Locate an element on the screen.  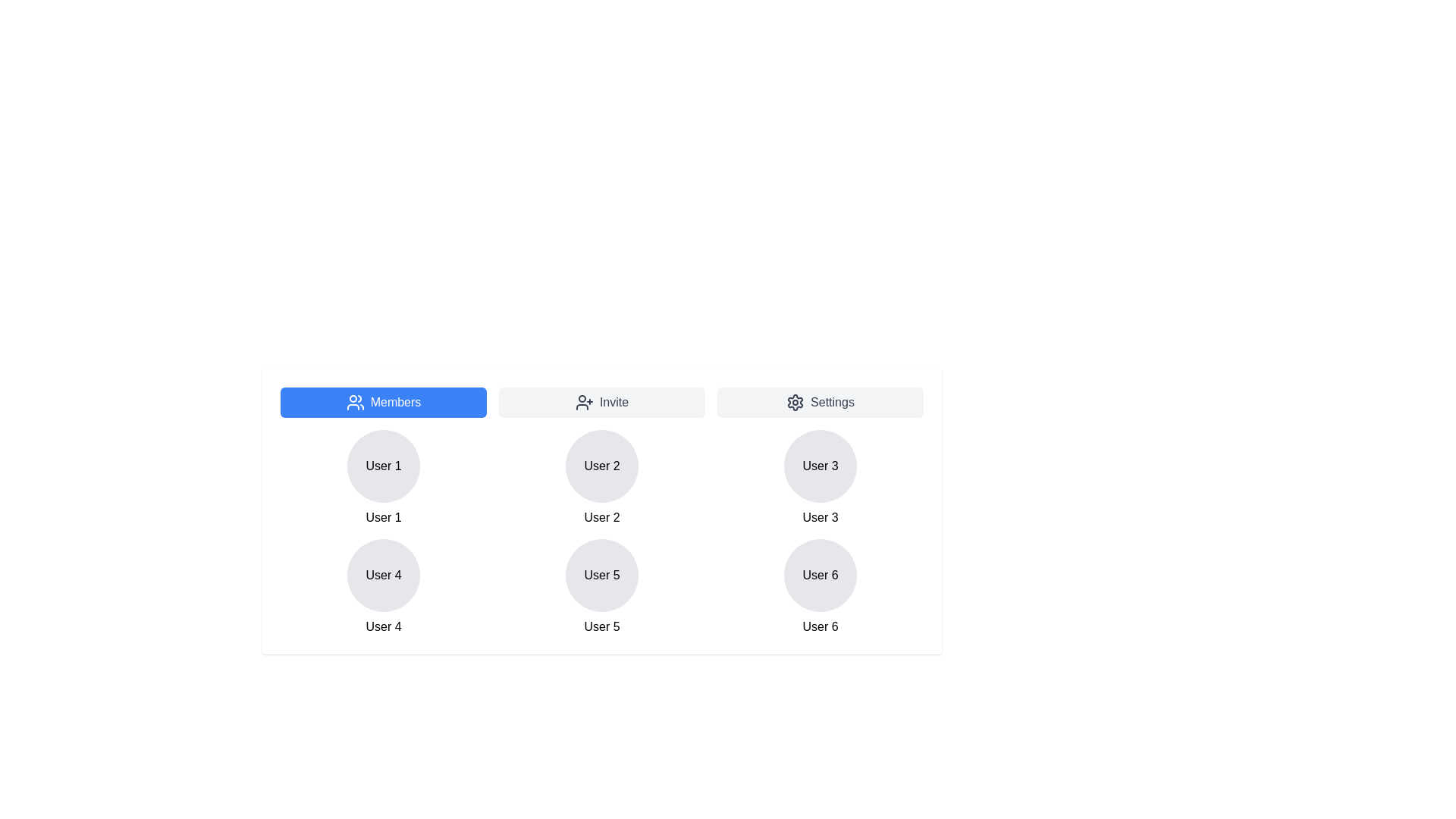
the user icon labeled 'User 4', which is a circular light-gray icon with the label below it is located at coordinates (383, 587).